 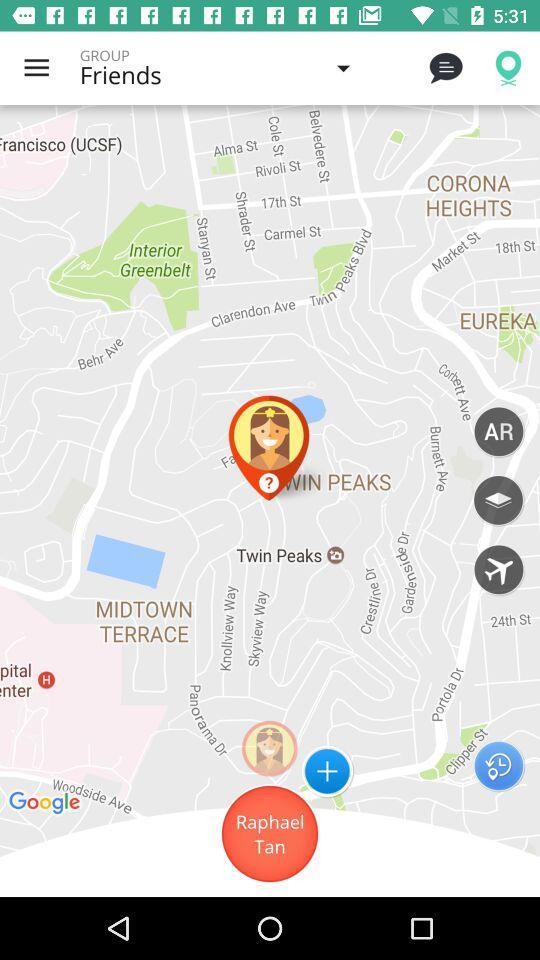 I want to click on show more flights, so click(x=497, y=569).